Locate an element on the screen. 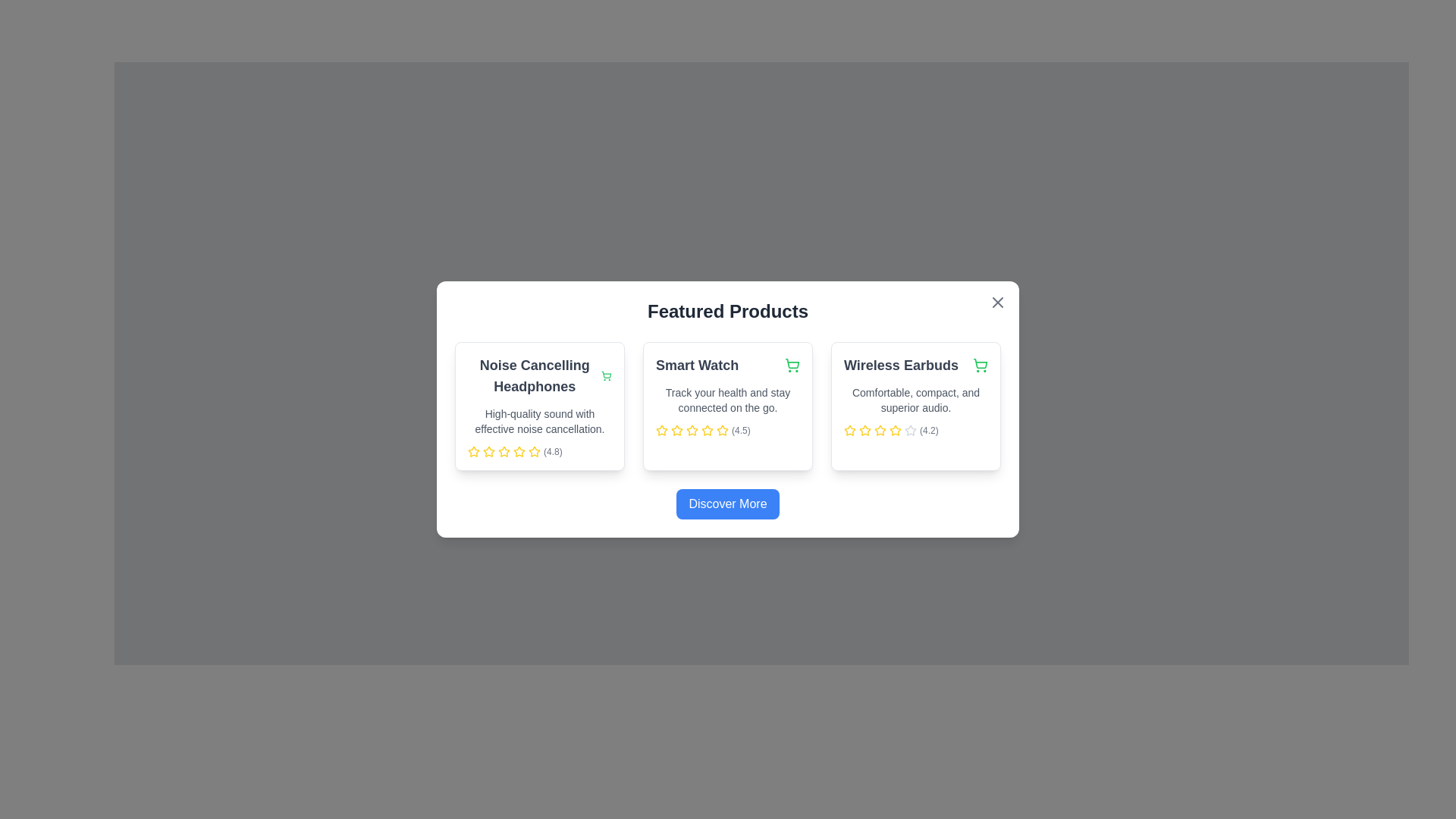 The height and width of the screenshot is (819, 1456). text block styled in small gray font that says 'Track your health and stay connected on the go.' located in the second card under the title 'Smart Watch' is located at coordinates (728, 400).